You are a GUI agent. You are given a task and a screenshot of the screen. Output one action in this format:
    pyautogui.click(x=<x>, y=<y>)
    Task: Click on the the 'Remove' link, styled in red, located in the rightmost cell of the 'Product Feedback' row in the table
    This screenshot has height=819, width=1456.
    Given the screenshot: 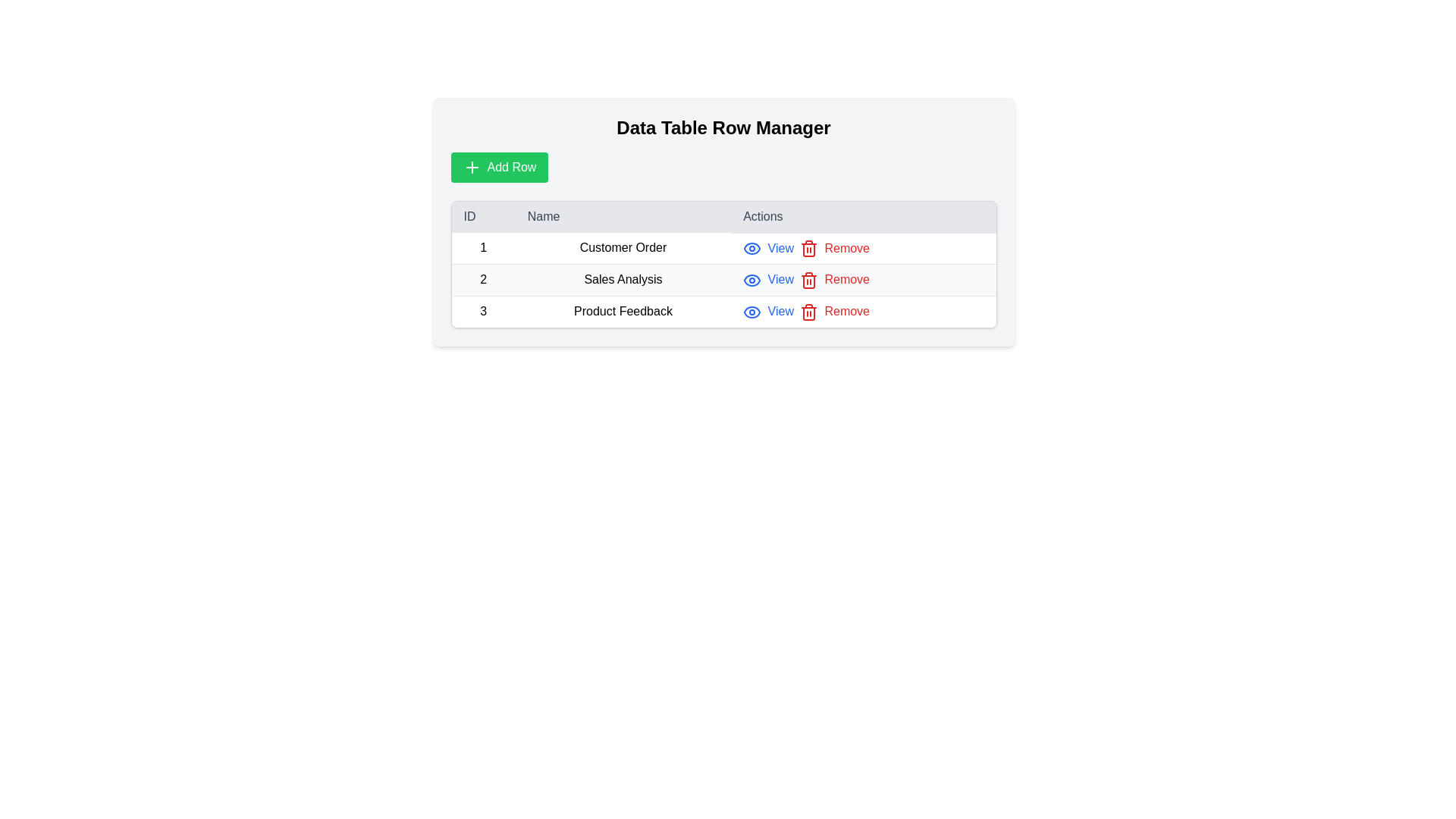 What is the action you would take?
    pyautogui.click(x=863, y=310)
    